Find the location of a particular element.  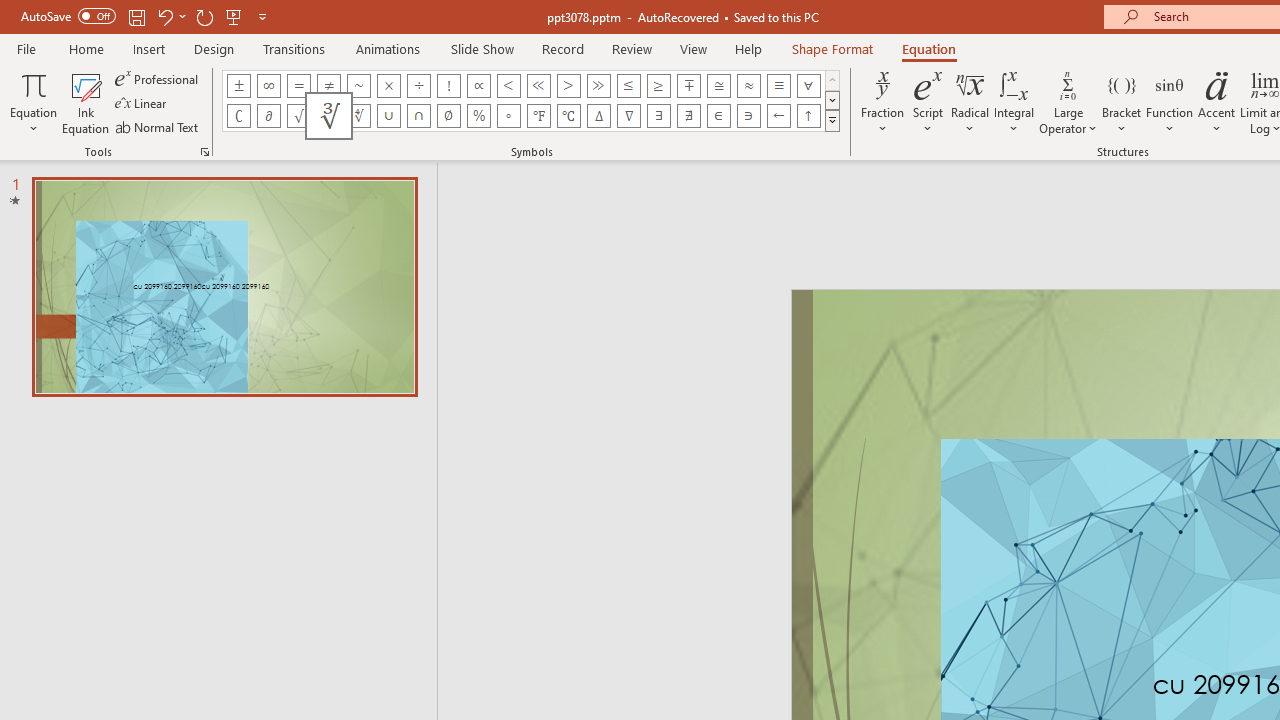

'Equation Symbols' is located at coordinates (832, 120).